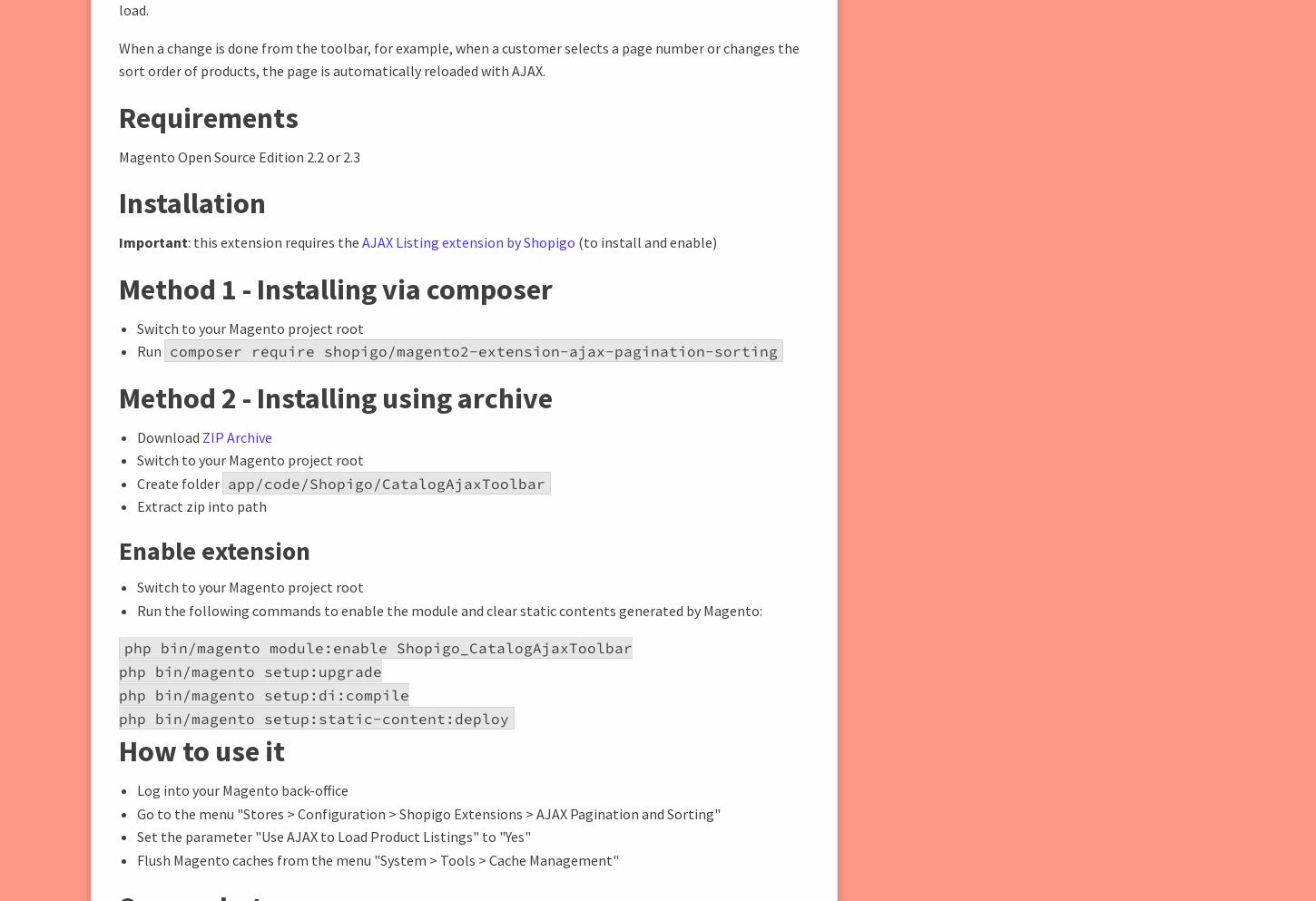 The height and width of the screenshot is (901, 1316). I want to click on 'Enable extension', so click(213, 550).